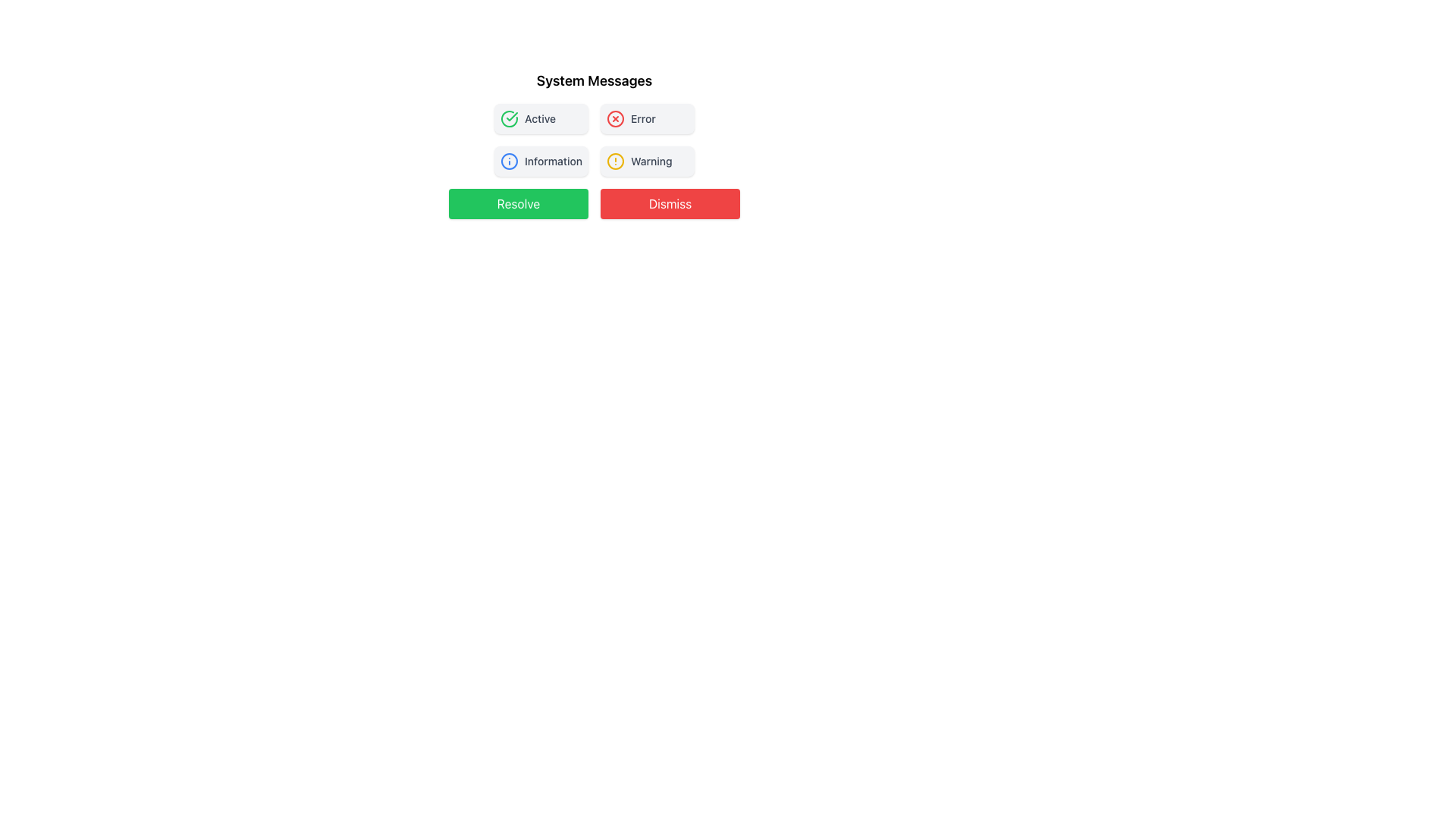 The image size is (1456, 819). What do you see at coordinates (510, 161) in the screenshot?
I see `the center of the circular SVG graphic in the information indicator icon located at the bottom-left corner of the message indicators section labeled 'Information'` at bounding box center [510, 161].